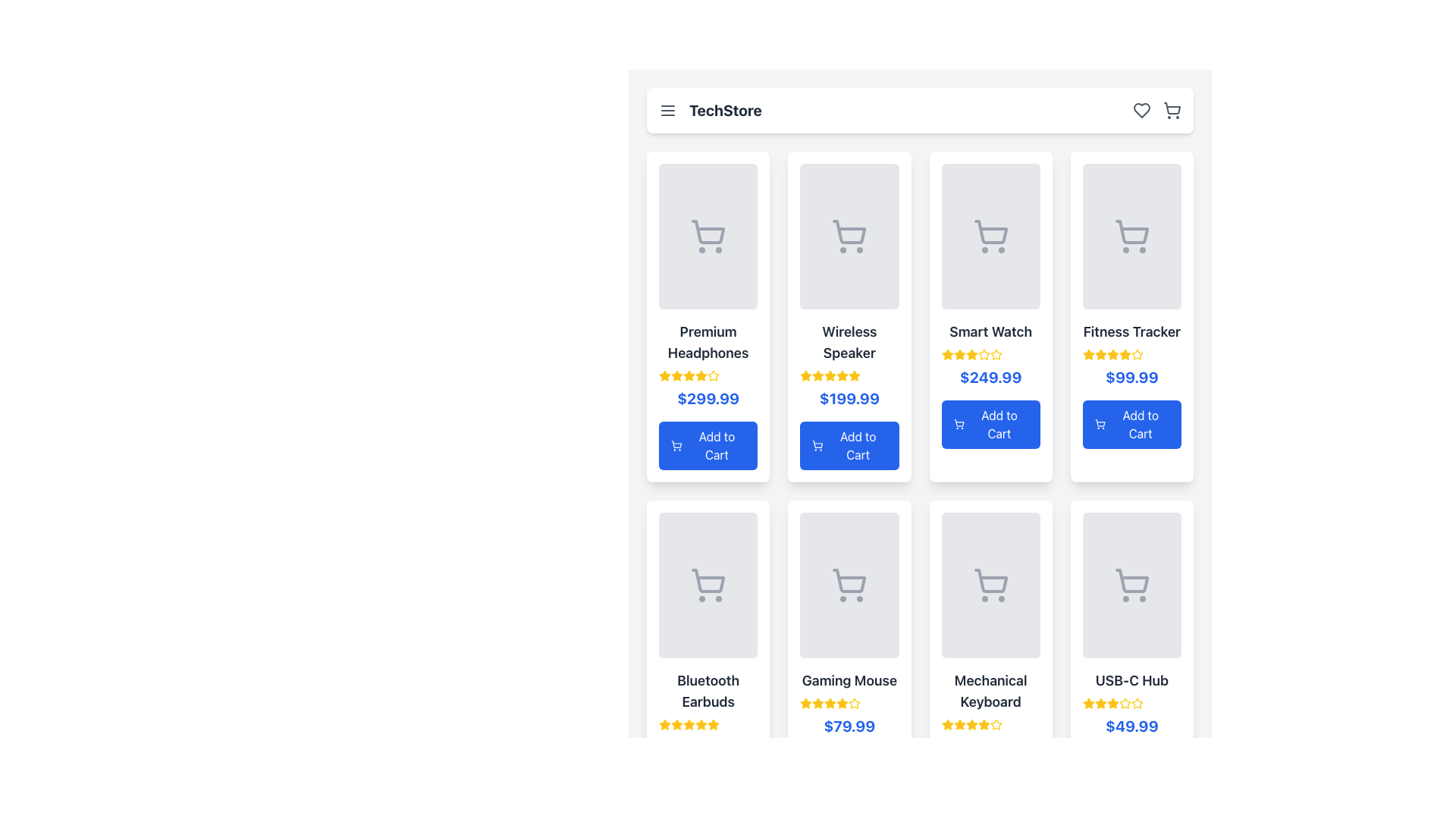 The height and width of the screenshot is (819, 1456). Describe the element at coordinates (1131, 237) in the screenshot. I see `the shopping cart icon representing the 'Fitness Tracker' product, which is styled in a minimalistic manner with a black outline and located in the central area of its card` at that location.